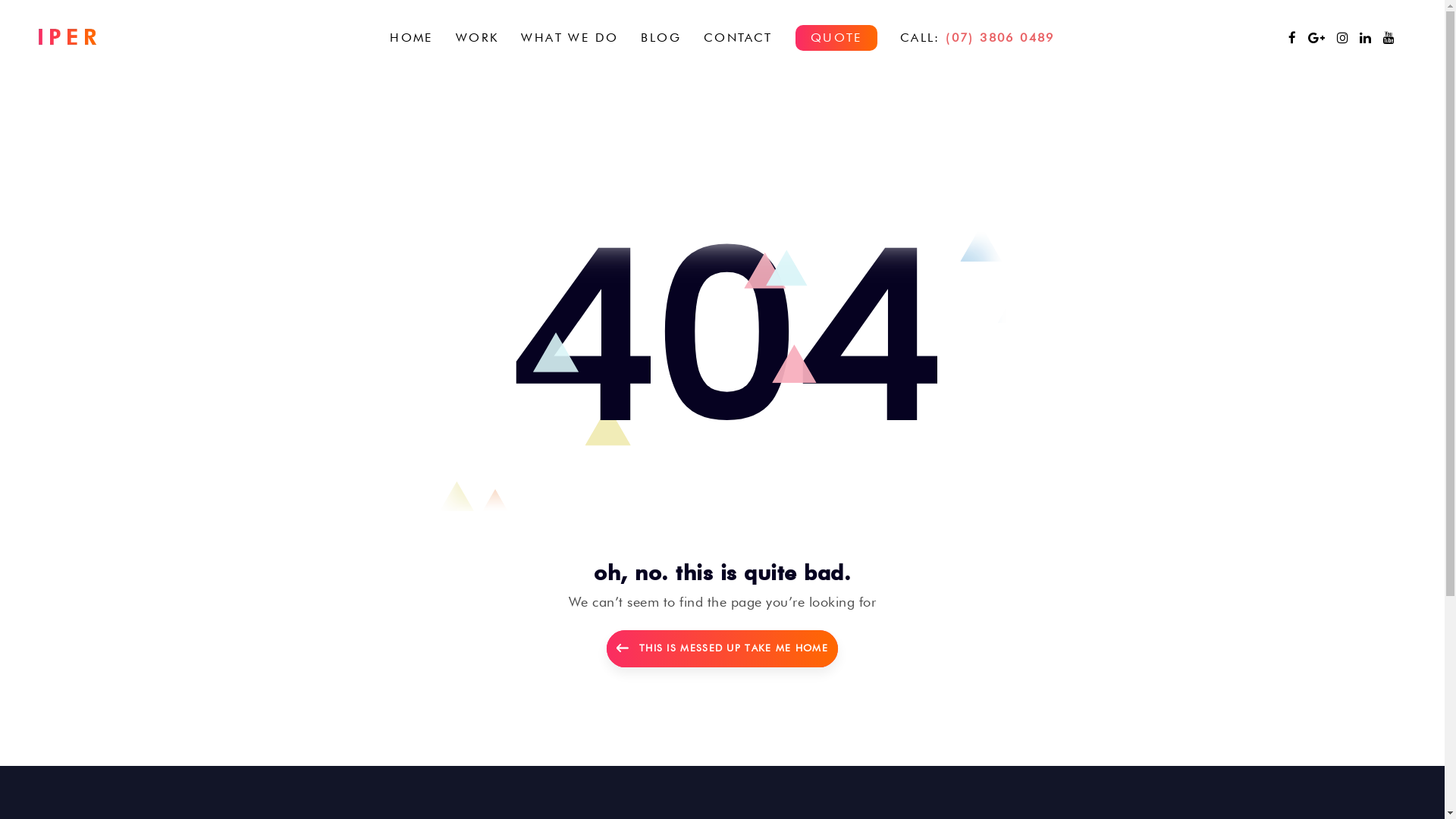 The width and height of the screenshot is (1456, 819). What do you see at coordinates (568, 36) in the screenshot?
I see `'WHAT WE DO'` at bounding box center [568, 36].